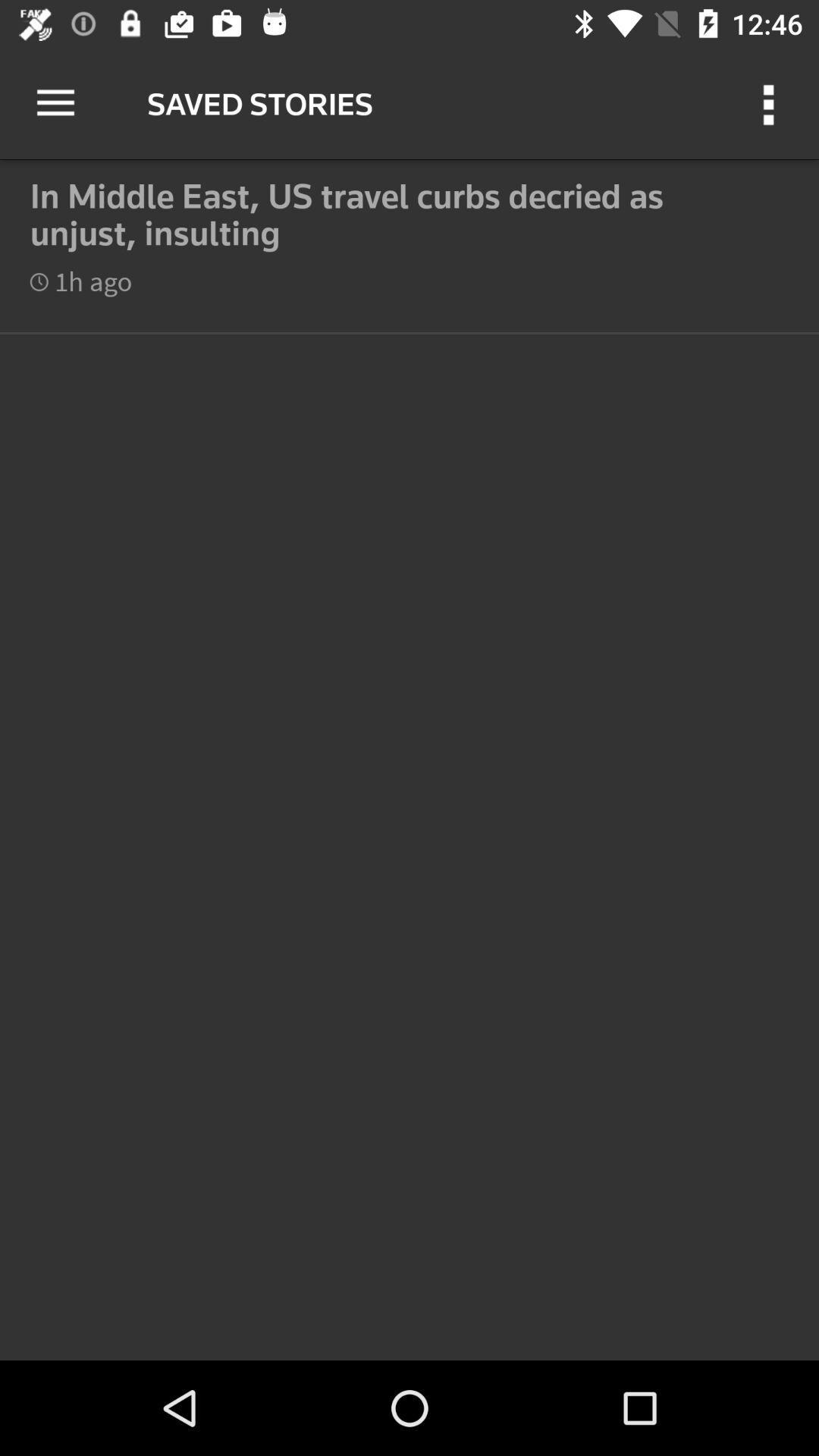  What do you see at coordinates (55, 102) in the screenshot?
I see `item next to the saved stories icon` at bounding box center [55, 102].